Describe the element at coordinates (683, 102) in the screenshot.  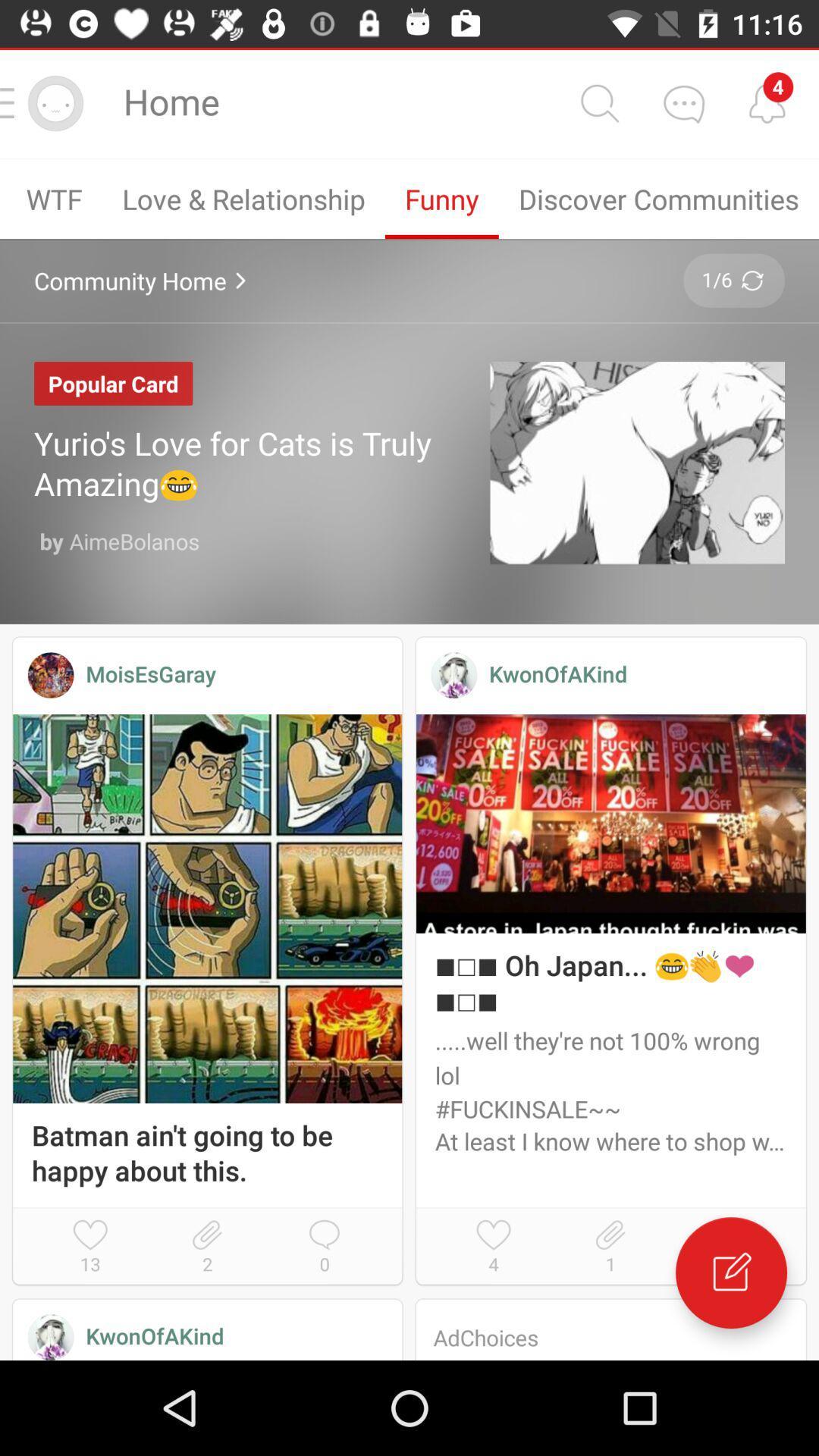
I see `the chat icon` at that location.